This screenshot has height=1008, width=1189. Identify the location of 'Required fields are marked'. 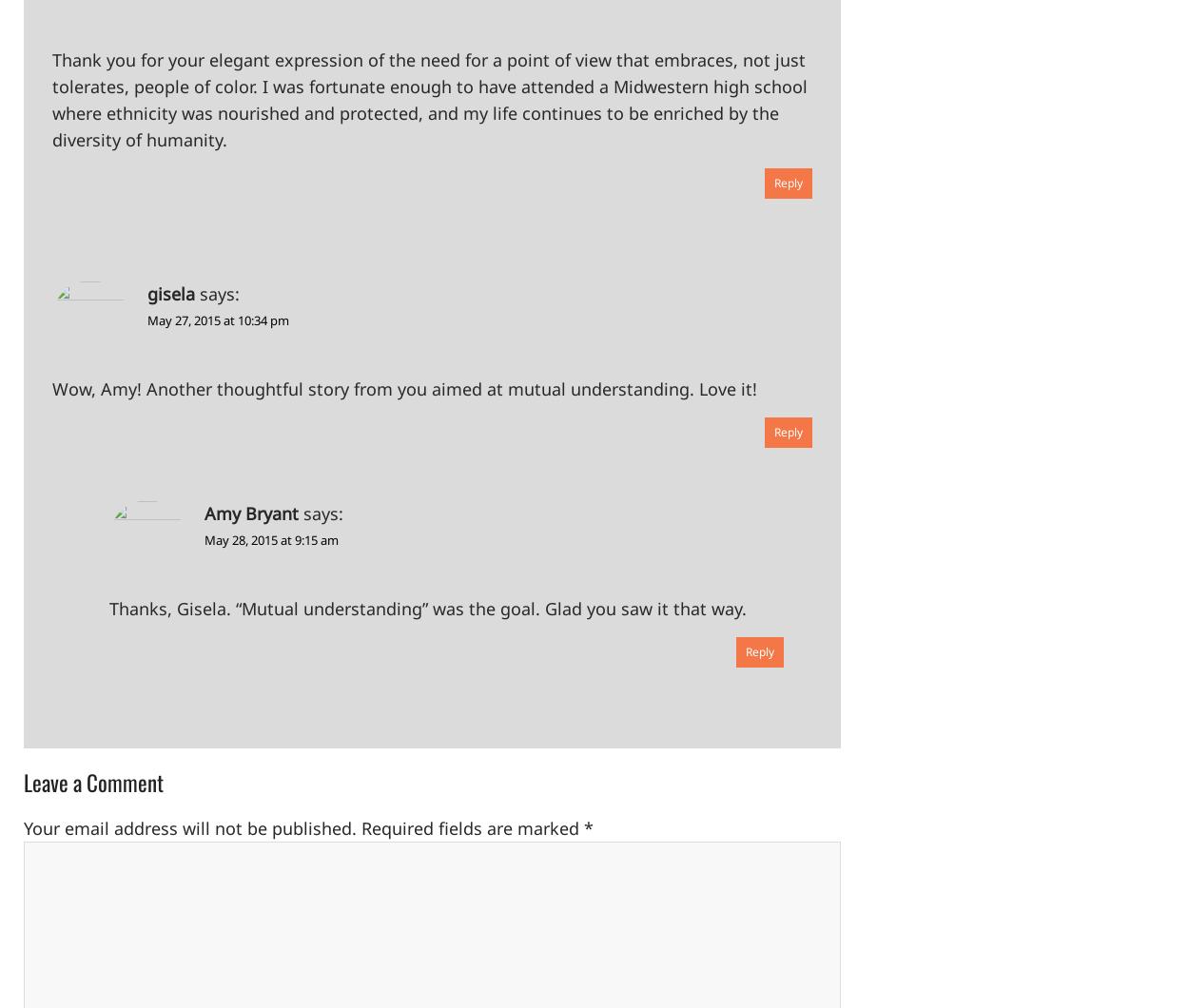
(472, 828).